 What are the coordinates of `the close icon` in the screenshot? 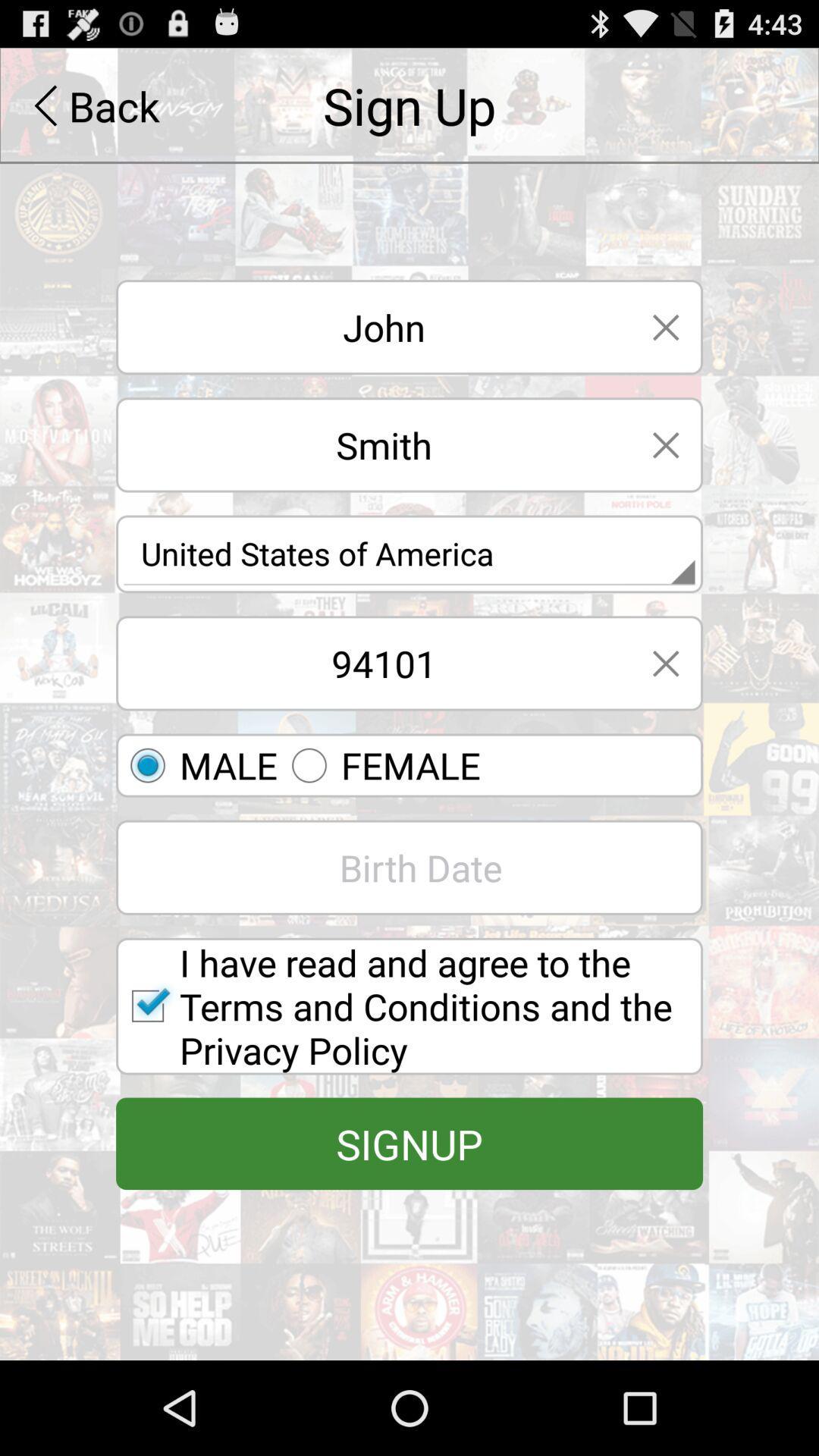 It's located at (665, 475).